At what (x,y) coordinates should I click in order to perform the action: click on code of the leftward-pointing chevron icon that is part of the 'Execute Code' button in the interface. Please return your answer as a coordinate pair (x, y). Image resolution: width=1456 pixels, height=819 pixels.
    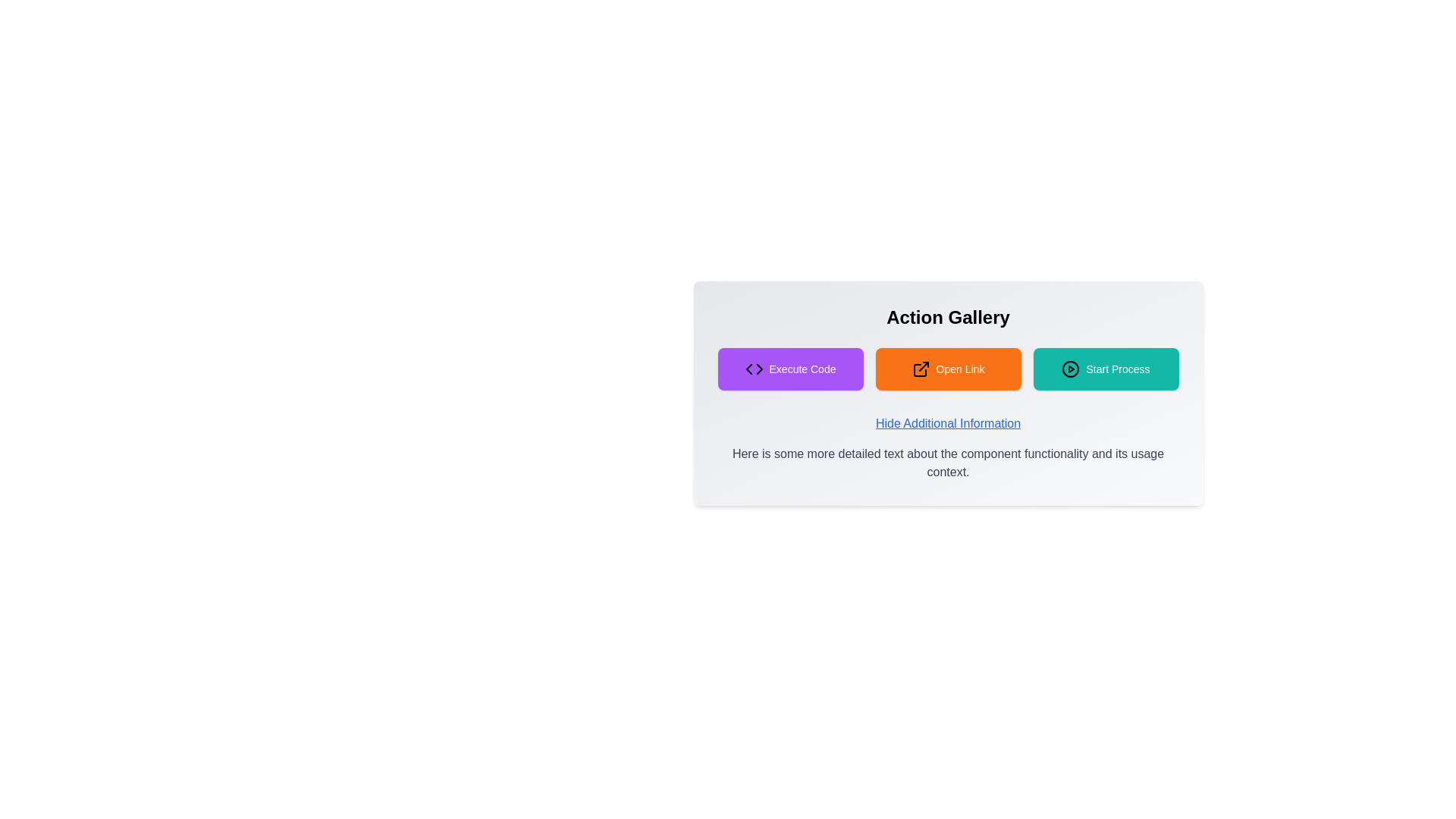
    Looking at the image, I should click on (748, 369).